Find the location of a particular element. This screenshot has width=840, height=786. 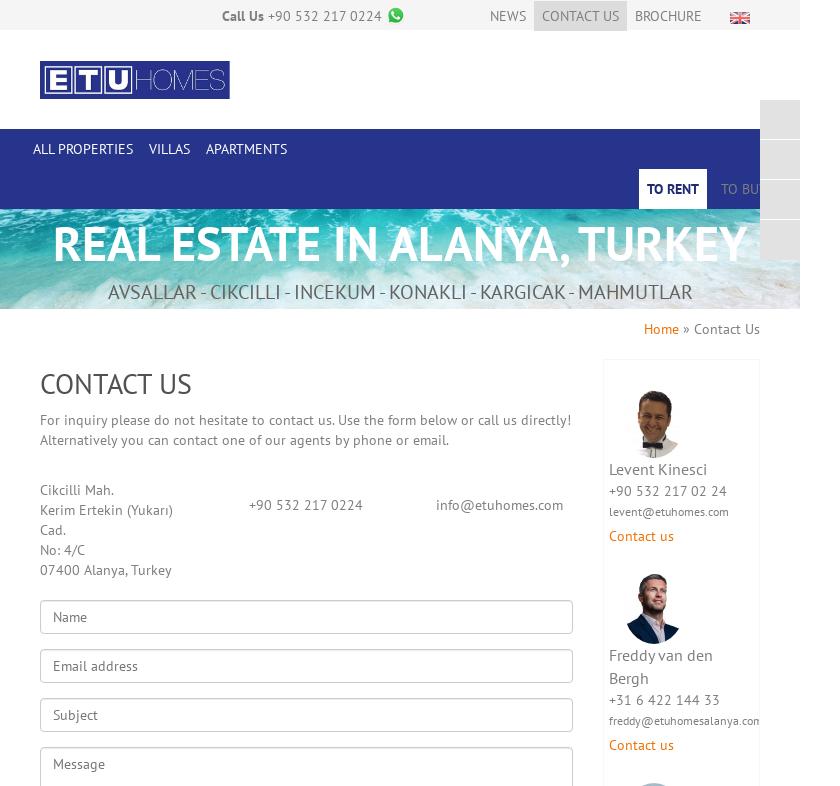

'+31 6 422 144 33' is located at coordinates (663, 698).